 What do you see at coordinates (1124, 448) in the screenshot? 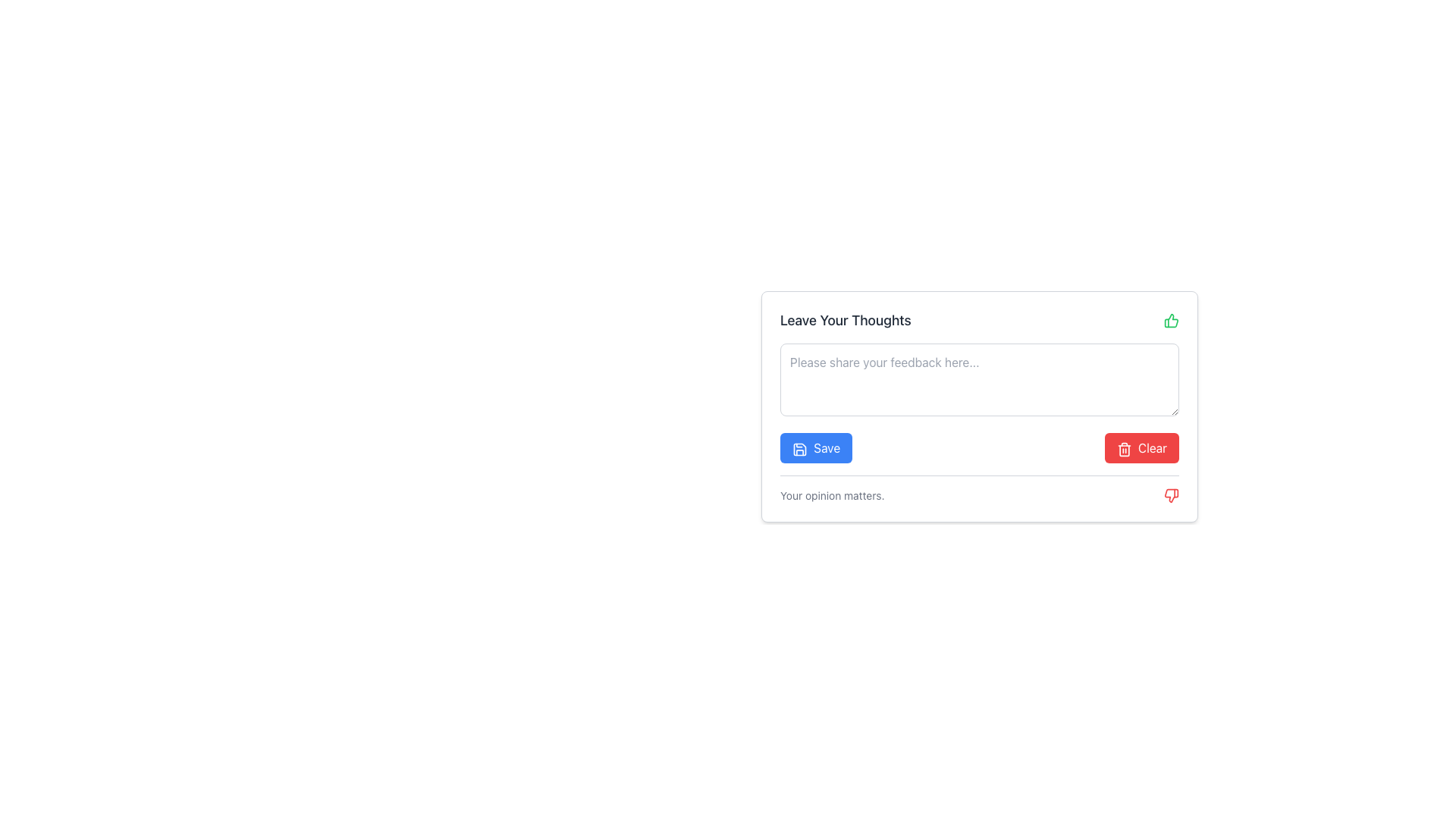
I see `the Clear button icon, which is located towards the left side of the button preceding the text 'Clear'` at bounding box center [1124, 448].